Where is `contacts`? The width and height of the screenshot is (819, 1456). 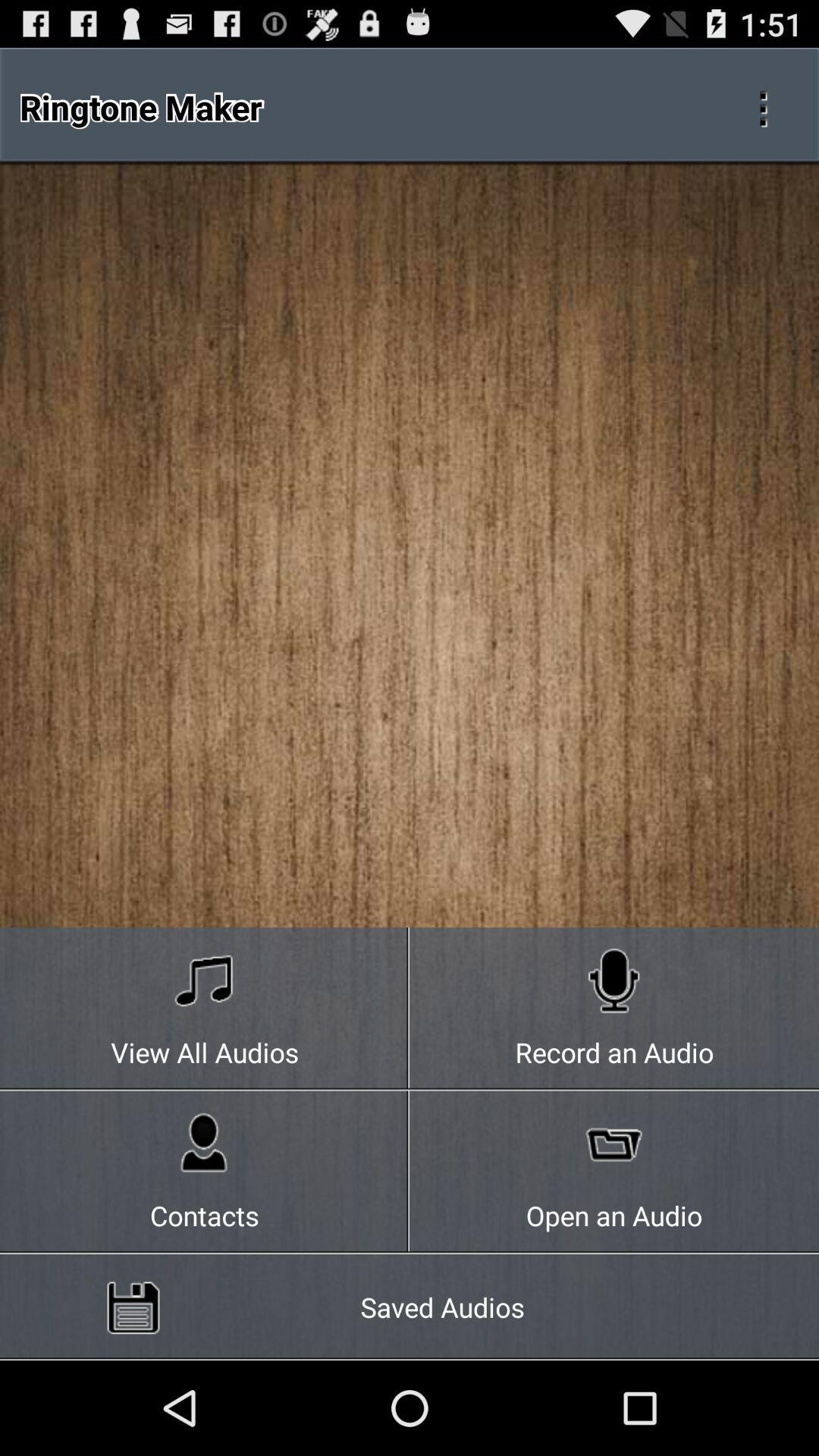
contacts is located at coordinates (205, 1172).